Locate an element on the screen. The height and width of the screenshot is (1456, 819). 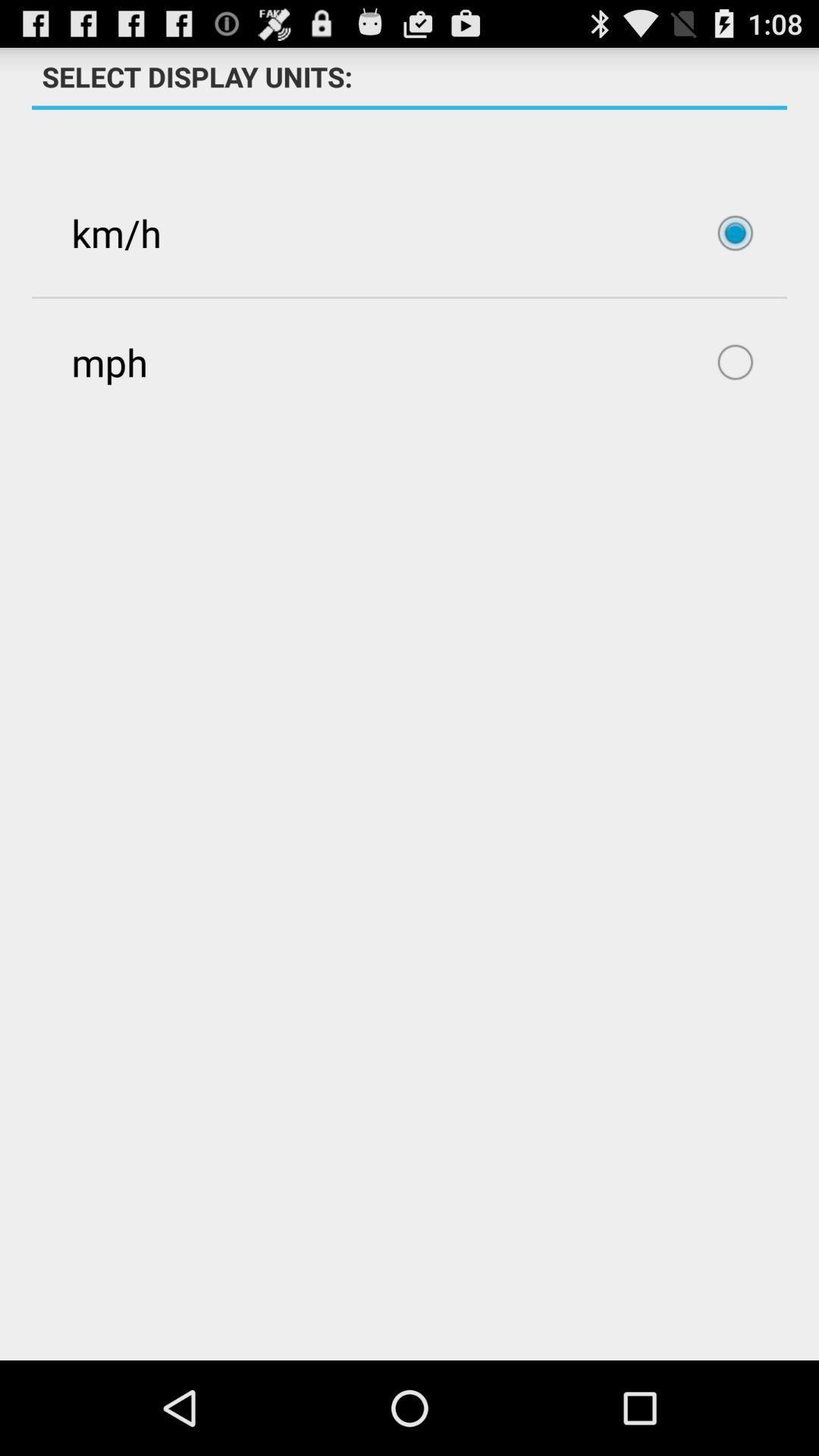
mph icon is located at coordinates (409, 361).